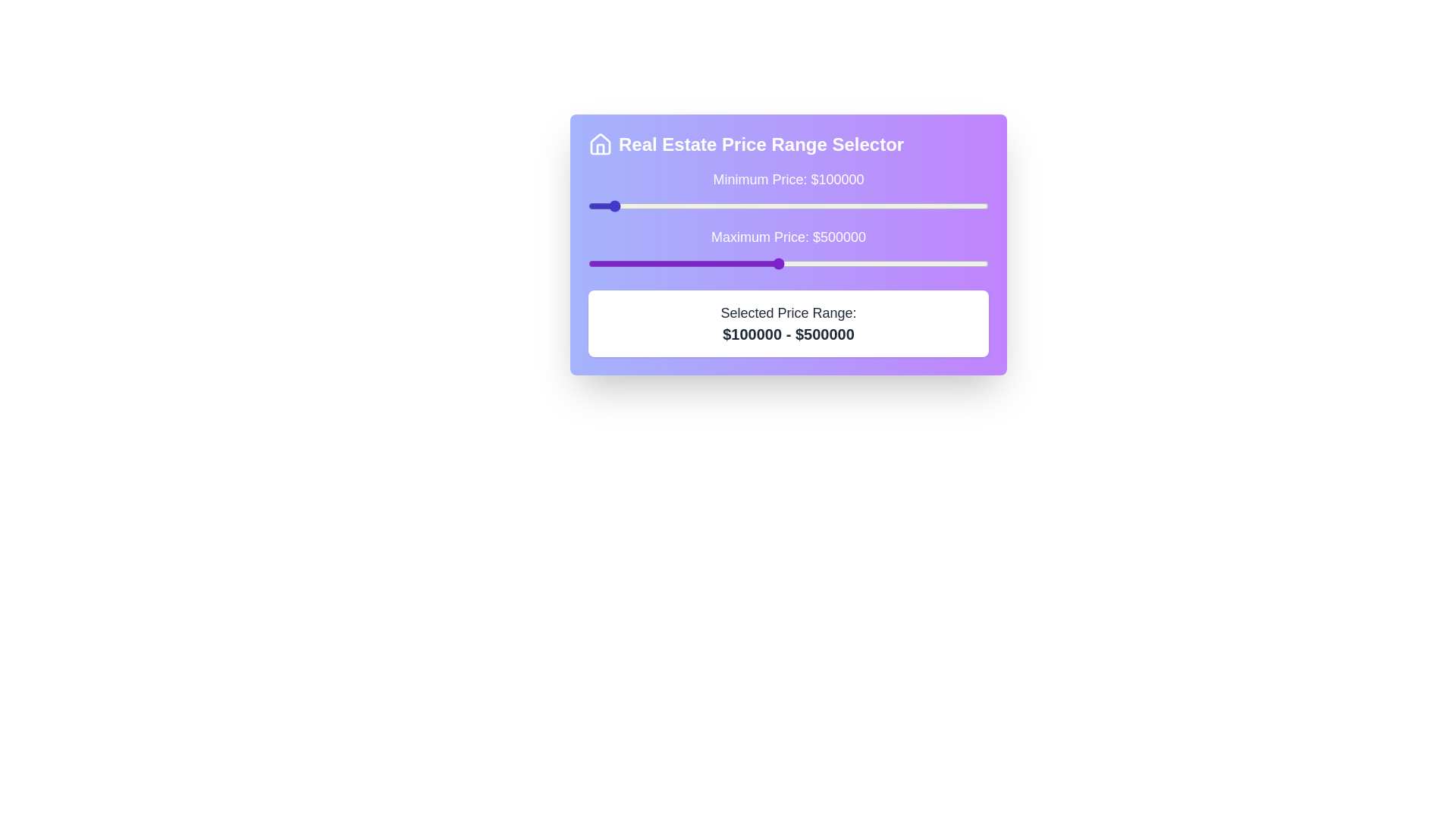 The image size is (1456, 819). Describe the element at coordinates (717, 206) in the screenshot. I see `the minimum price slider to 359169 dollars` at that location.